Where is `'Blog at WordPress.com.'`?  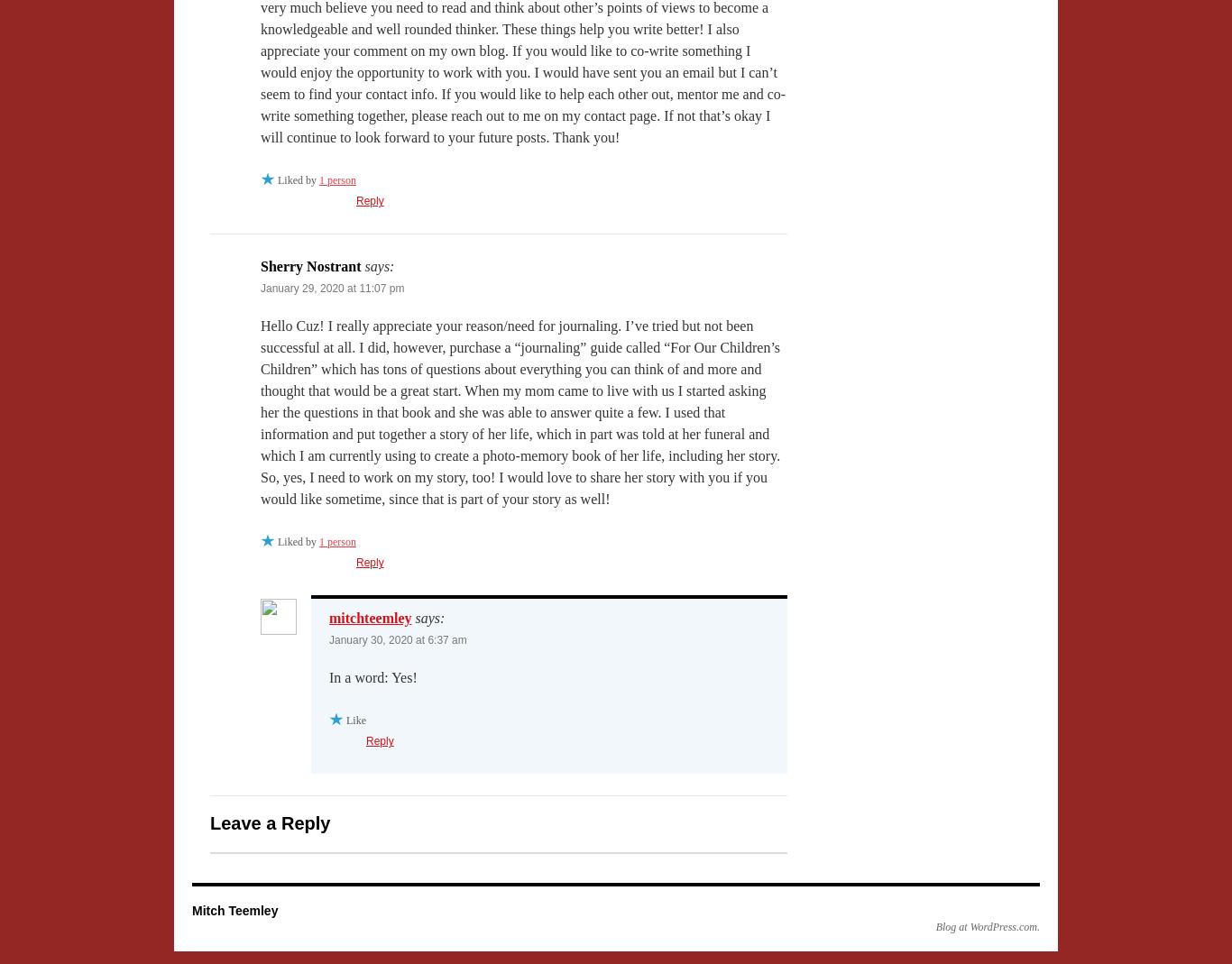 'Blog at WordPress.com.' is located at coordinates (934, 926).